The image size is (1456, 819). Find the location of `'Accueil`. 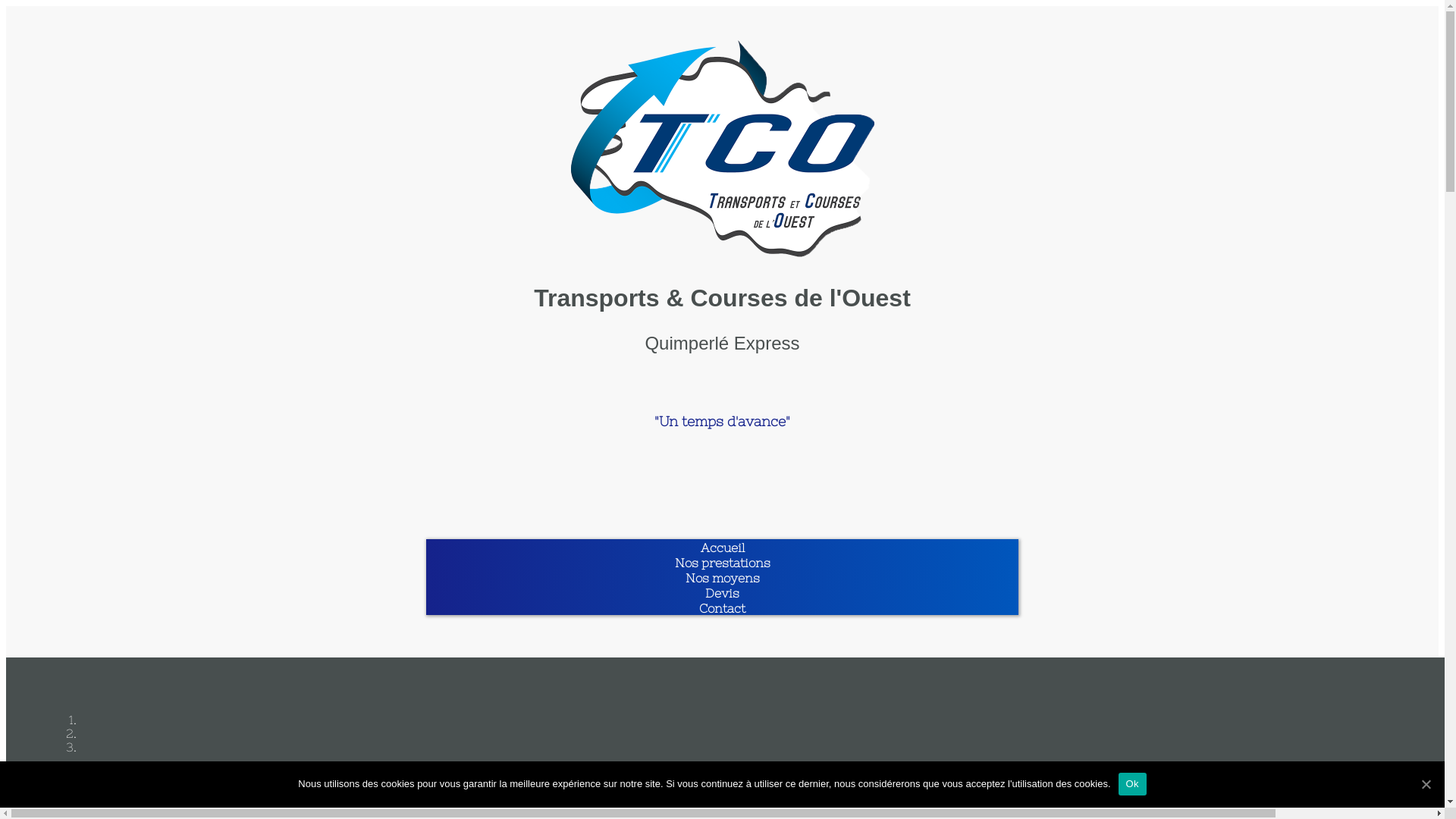

'Accueil is located at coordinates (722, 547).